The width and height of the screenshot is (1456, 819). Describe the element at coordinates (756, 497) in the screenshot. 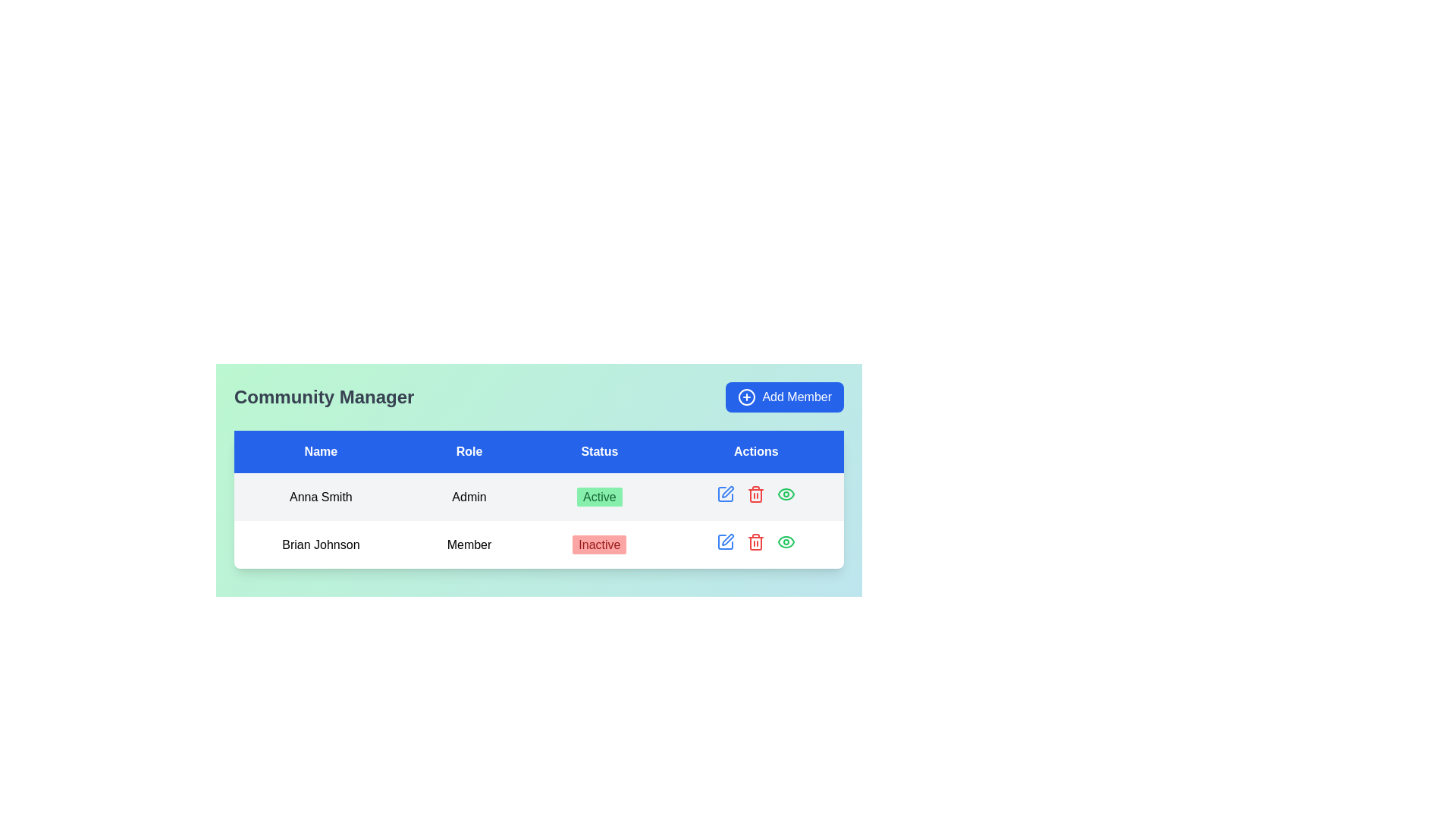

I see `the icon button group located in the last column of the first row, associated with 'Anna Smith'` at that location.